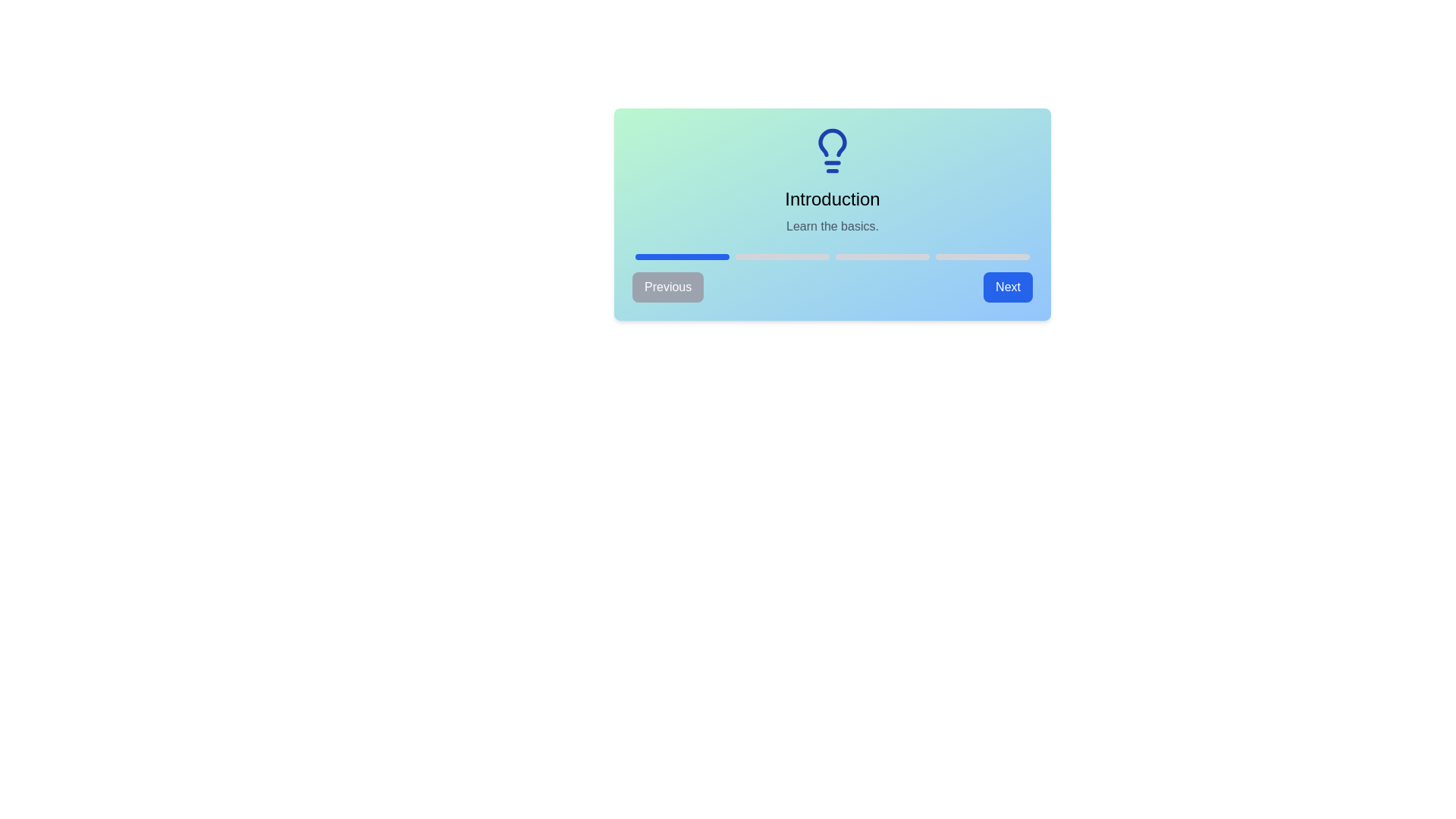 The height and width of the screenshot is (819, 1456). What do you see at coordinates (1008, 287) in the screenshot?
I see `'Next' button to proceed to the next step` at bounding box center [1008, 287].